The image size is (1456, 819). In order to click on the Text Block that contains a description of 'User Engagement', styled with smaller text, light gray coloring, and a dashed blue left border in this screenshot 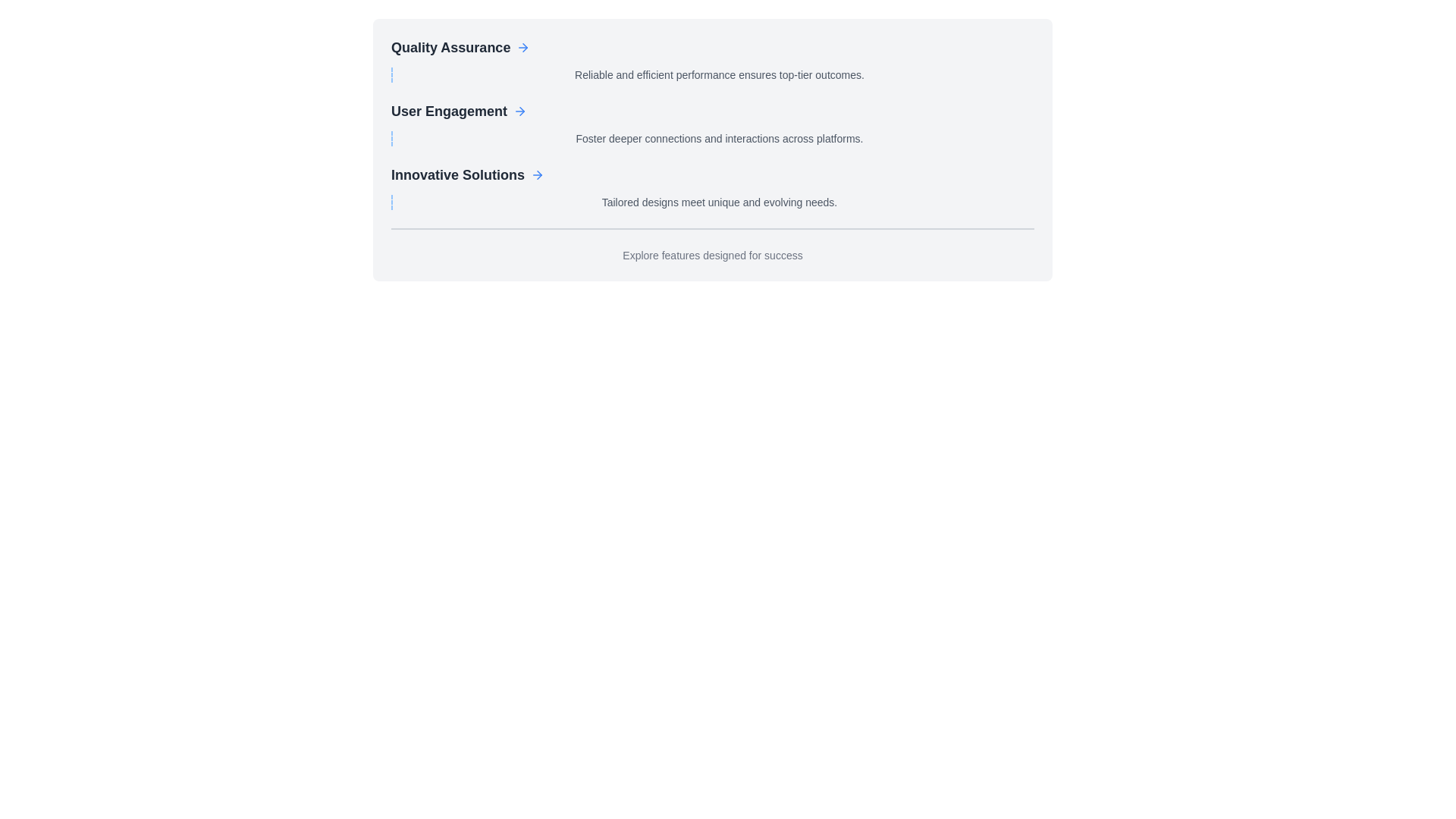, I will do `click(712, 138)`.